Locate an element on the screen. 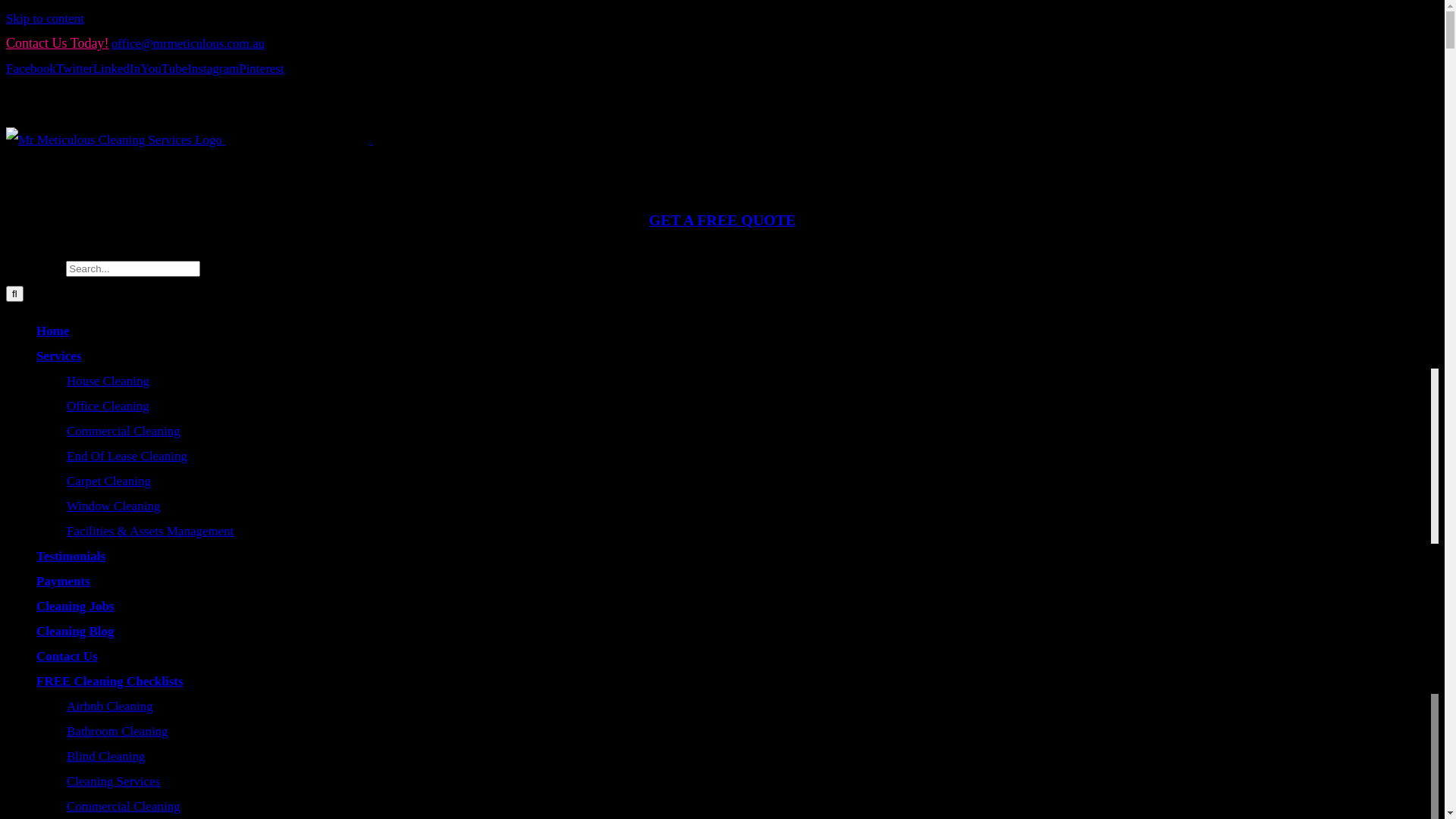  'Pinterest' is located at coordinates (262, 68).